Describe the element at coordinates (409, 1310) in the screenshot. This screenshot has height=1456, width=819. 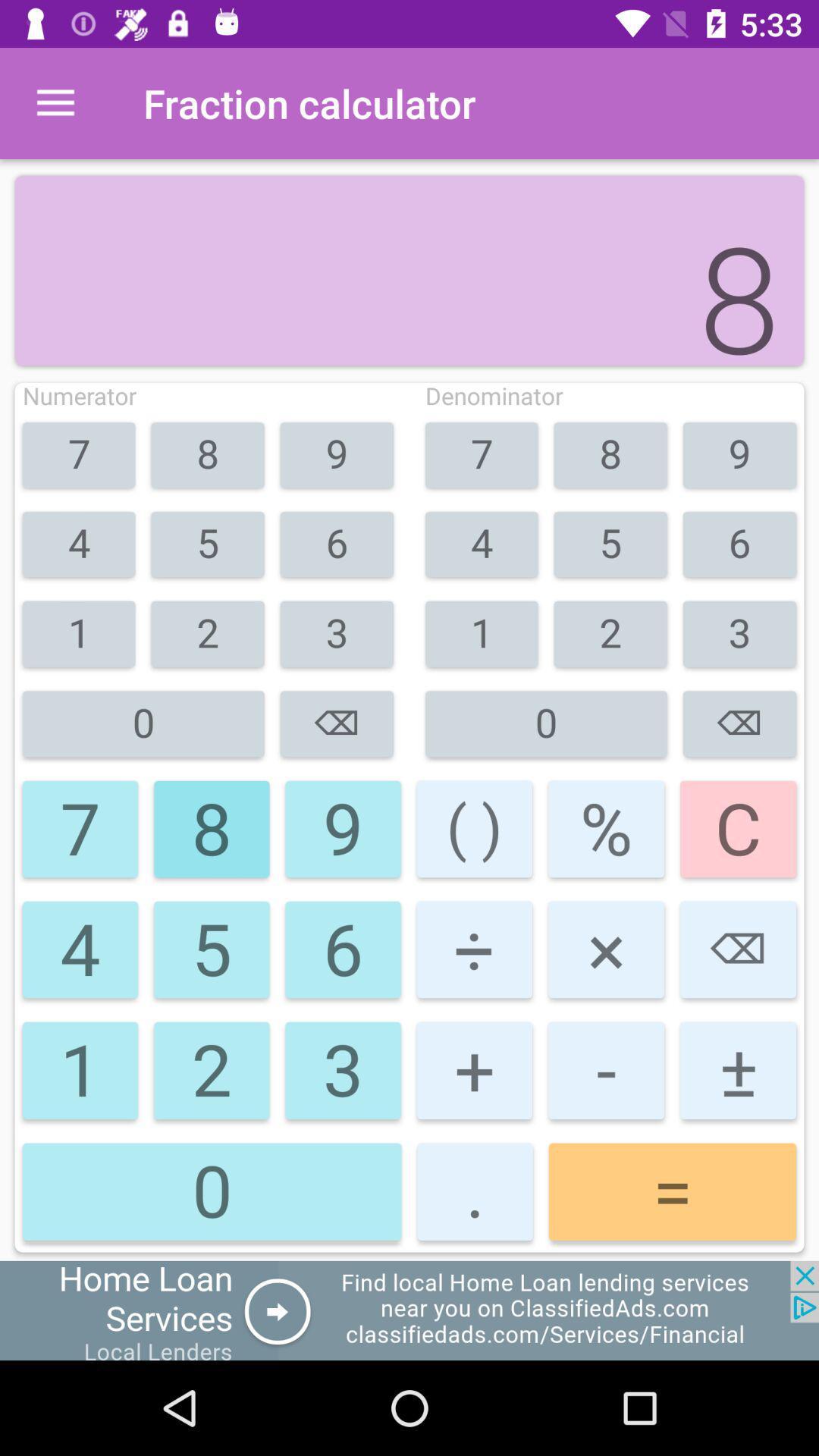
I see `link to advert` at that location.